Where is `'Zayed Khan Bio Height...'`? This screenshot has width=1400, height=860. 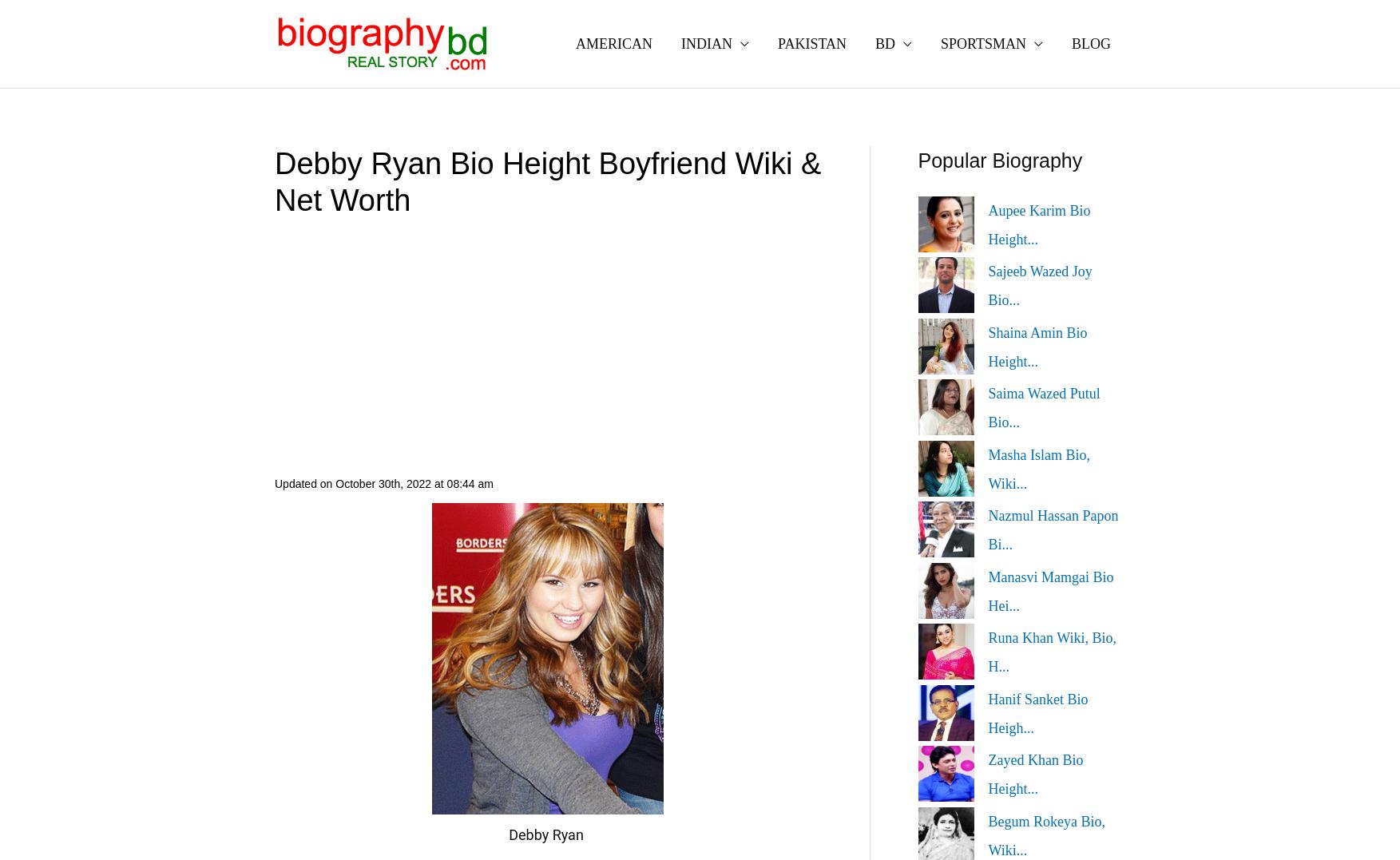
'Zayed Khan Bio Height...' is located at coordinates (1035, 774).